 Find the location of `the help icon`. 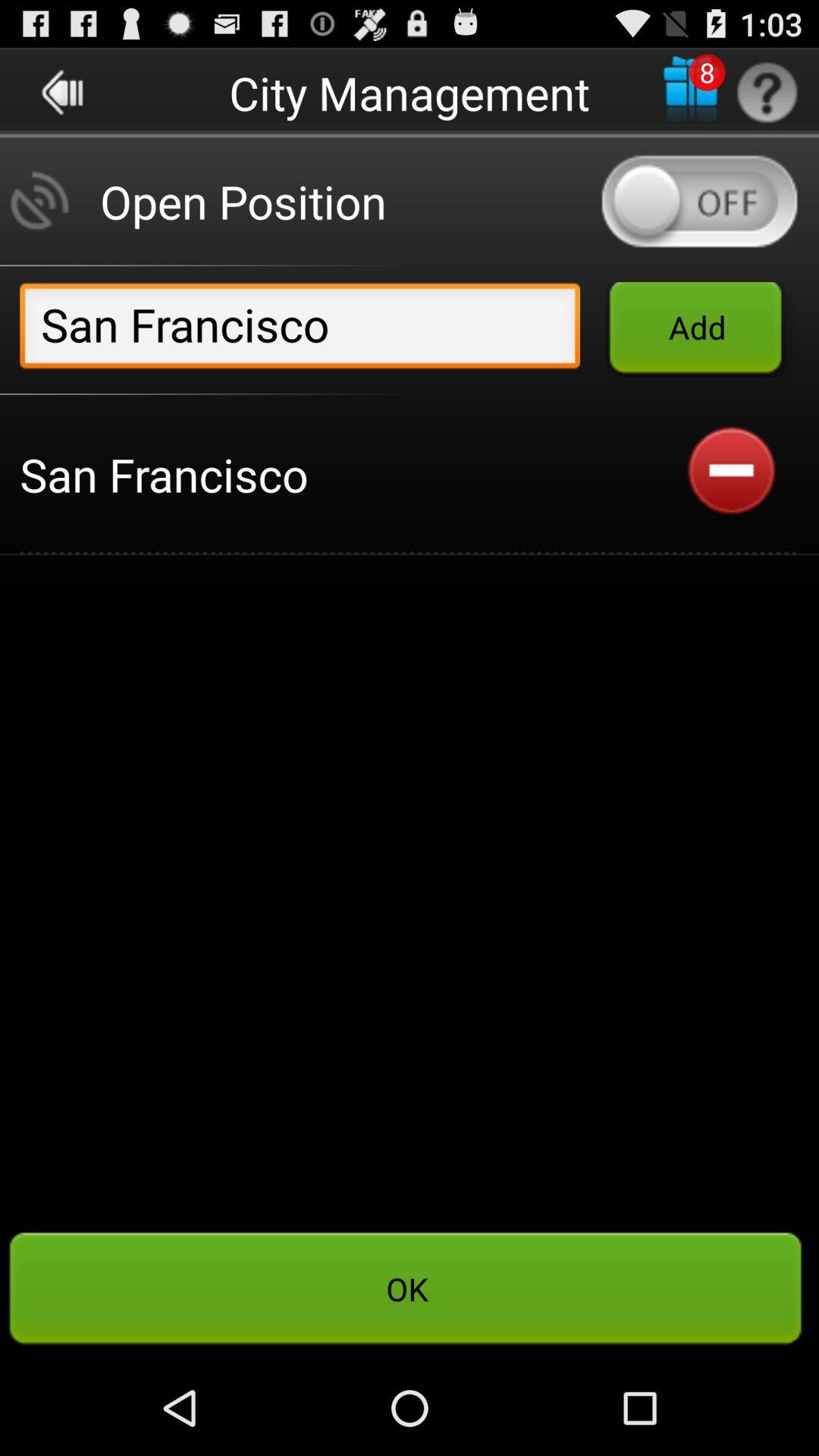

the help icon is located at coordinates (767, 98).